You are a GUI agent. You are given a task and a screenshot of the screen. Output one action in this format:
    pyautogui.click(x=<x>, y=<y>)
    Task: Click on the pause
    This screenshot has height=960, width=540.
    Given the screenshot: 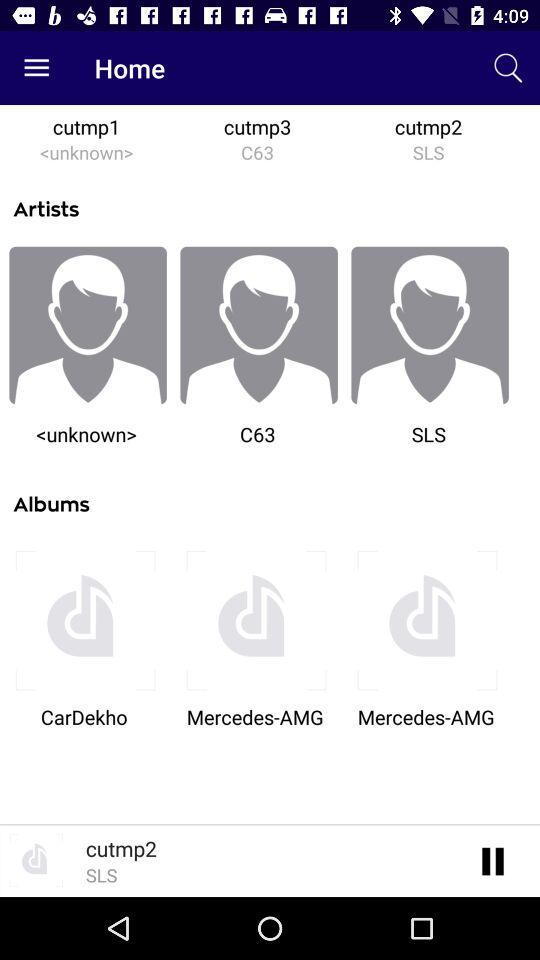 What is the action you would take?
    pyautogui.click(x=492, y=859)
    